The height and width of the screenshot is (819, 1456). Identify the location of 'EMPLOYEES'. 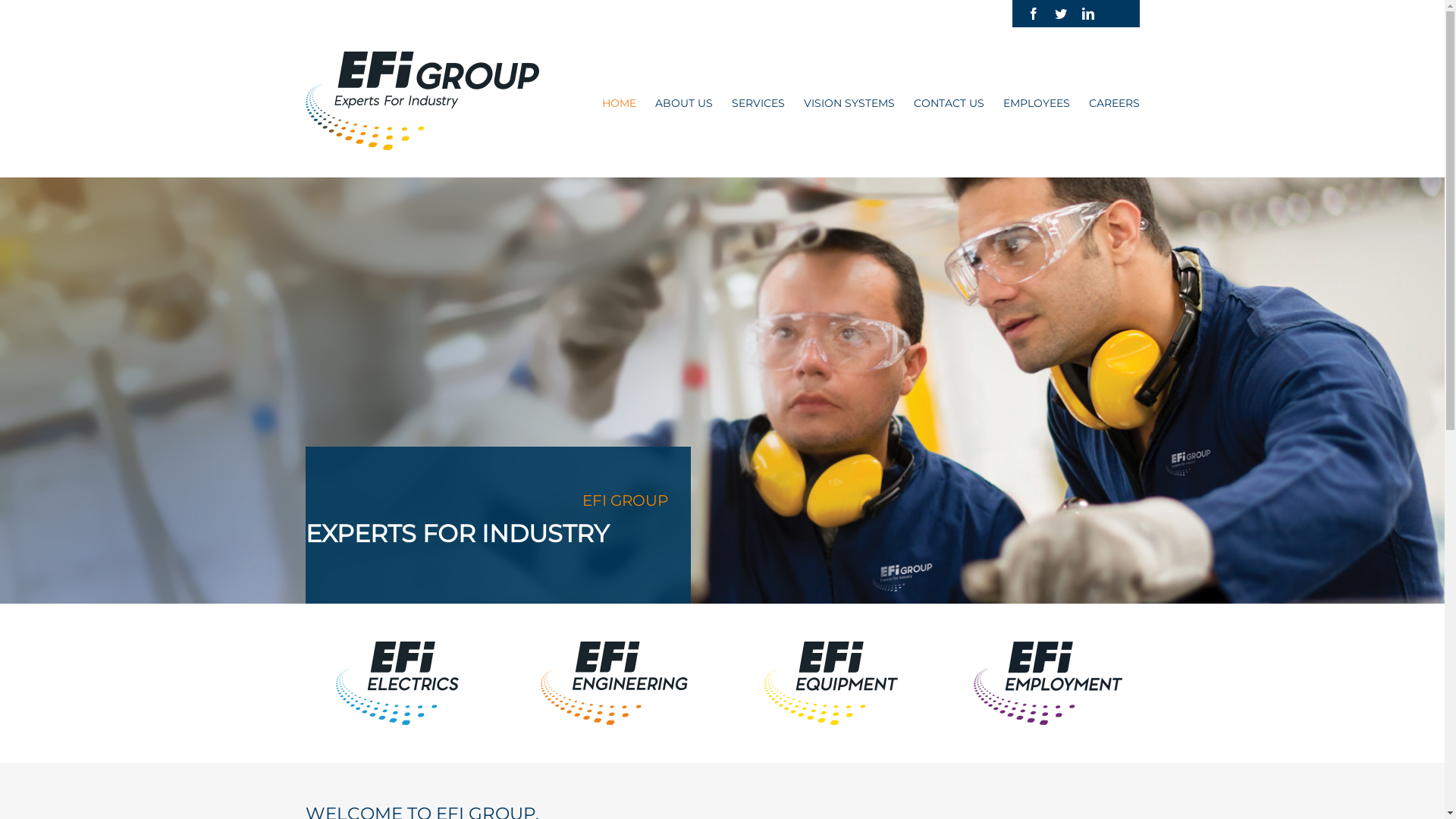
(1002, 102).